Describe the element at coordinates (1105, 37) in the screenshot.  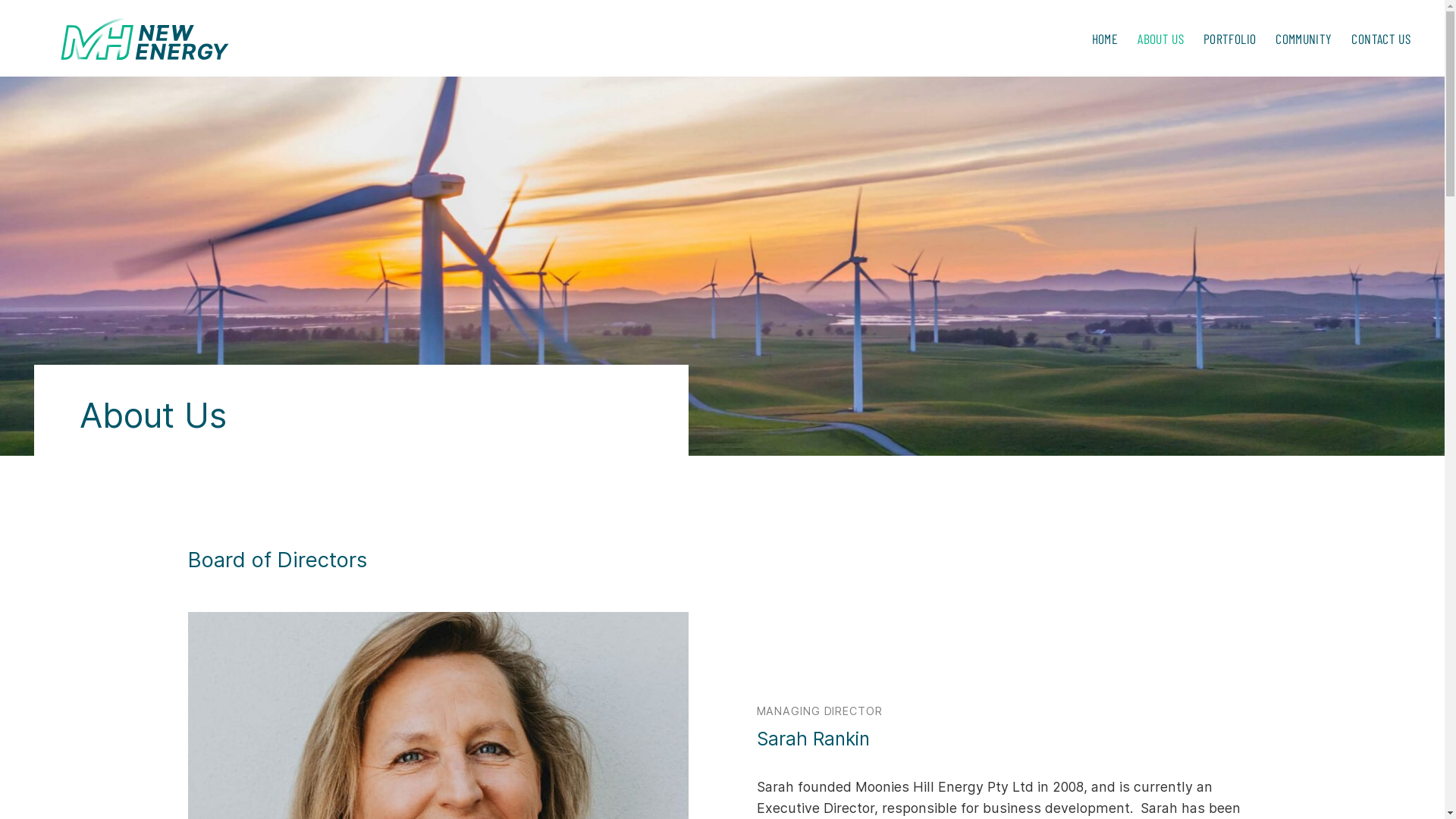
I see `'HOME'` at that location.